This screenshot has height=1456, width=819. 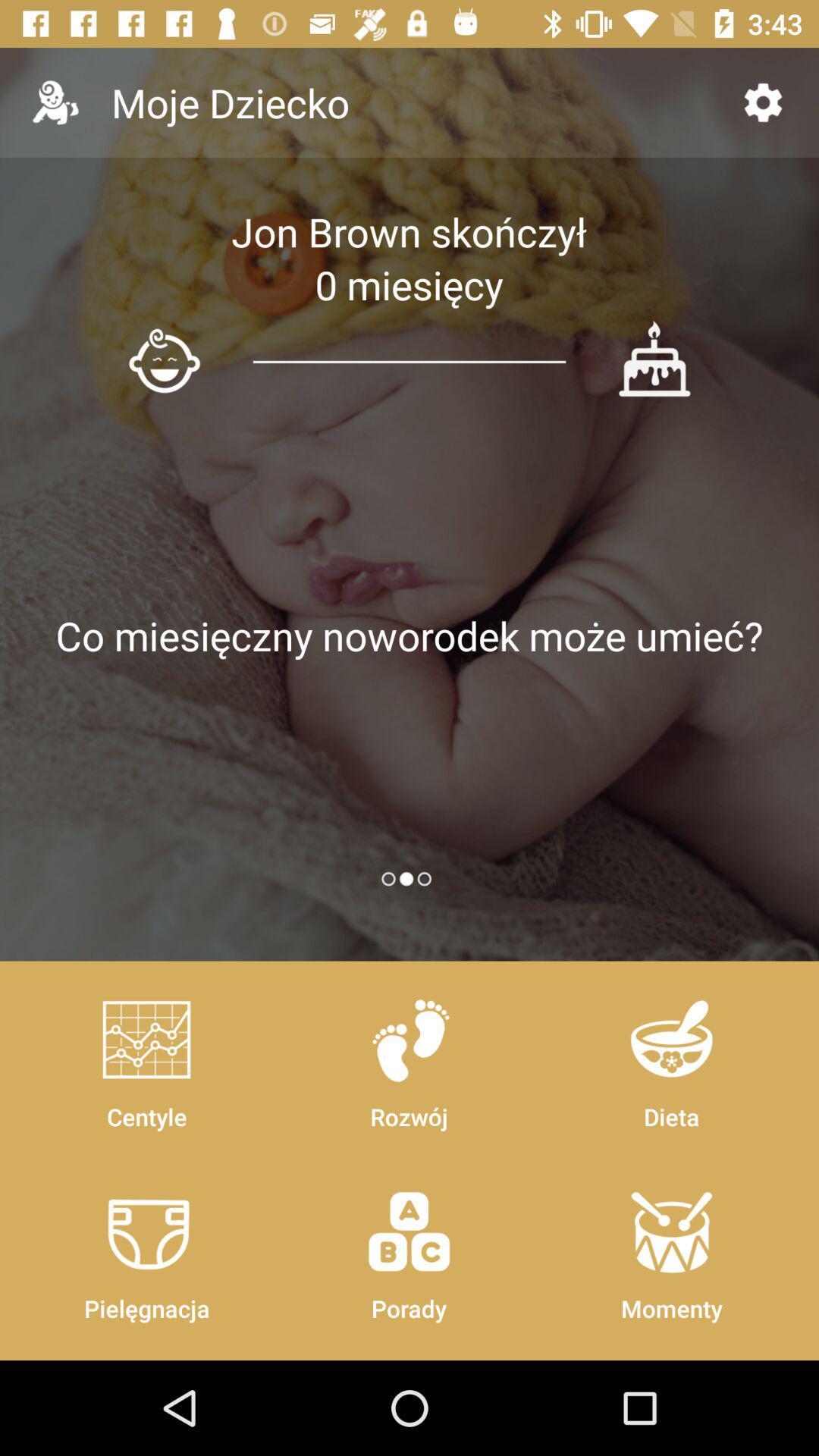 What do you see at coordinates (763, 102) in the screenshot?
I see `the settings icon` at bounding box center [763, 102].